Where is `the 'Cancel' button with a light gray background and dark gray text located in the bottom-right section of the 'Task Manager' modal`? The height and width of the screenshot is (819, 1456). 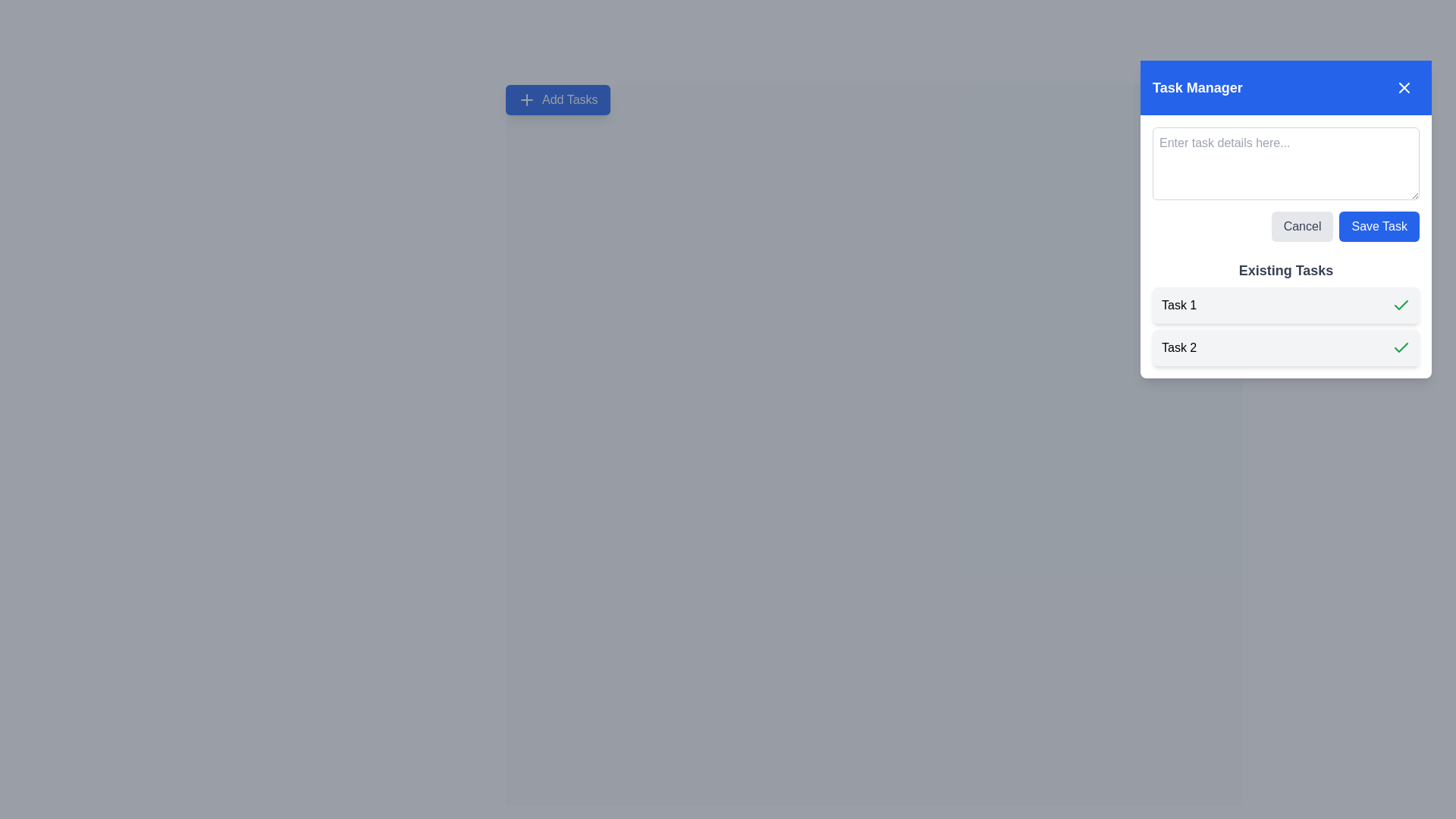 the 'Cancel' button with a light gray background and dark gray text located in the bottom-right section of the 'Task Manager' modal is located at coordinates (1301, 227).